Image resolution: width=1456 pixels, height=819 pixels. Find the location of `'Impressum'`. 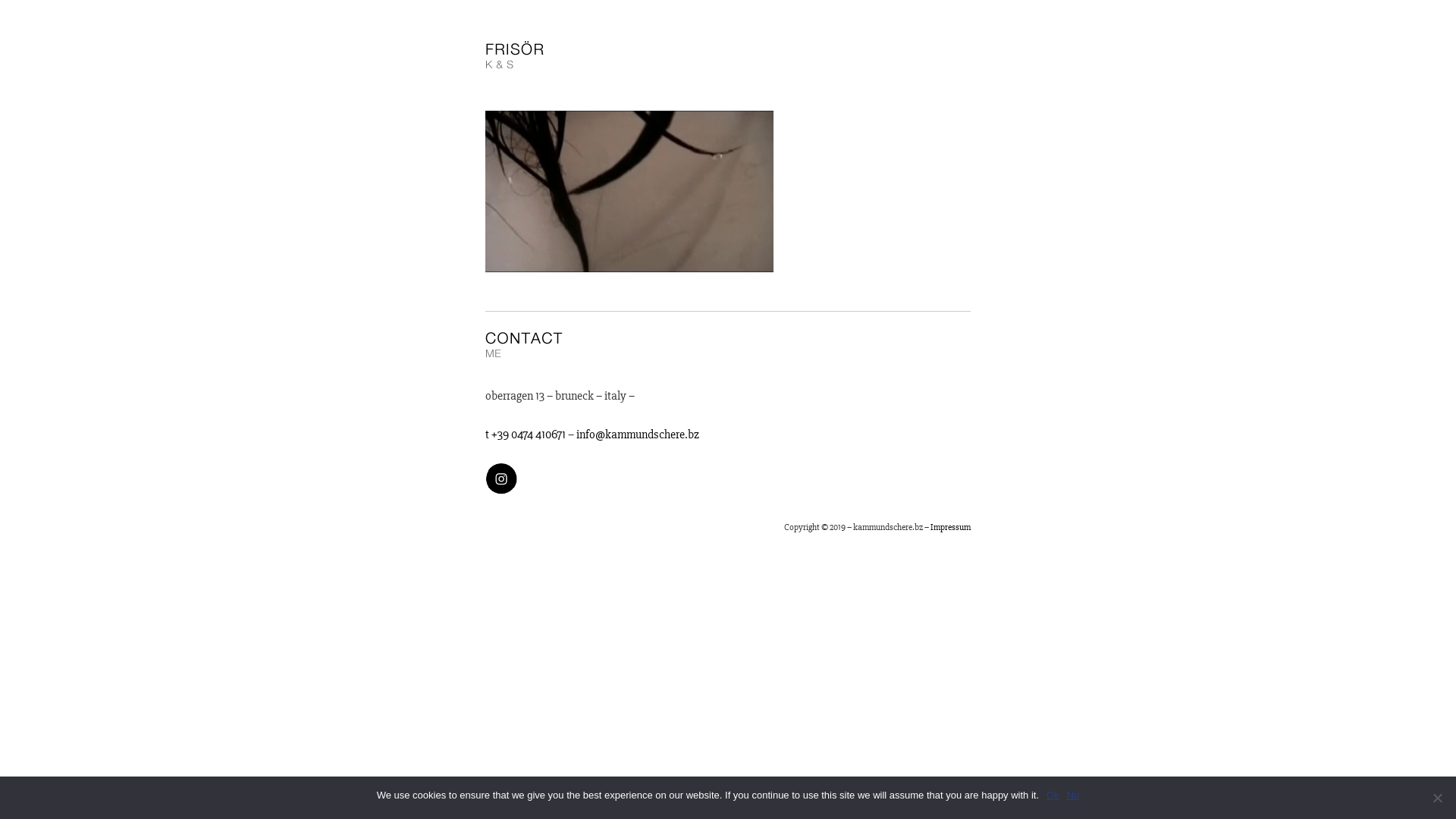

'Impressum' is located at coordinates (949, 526).